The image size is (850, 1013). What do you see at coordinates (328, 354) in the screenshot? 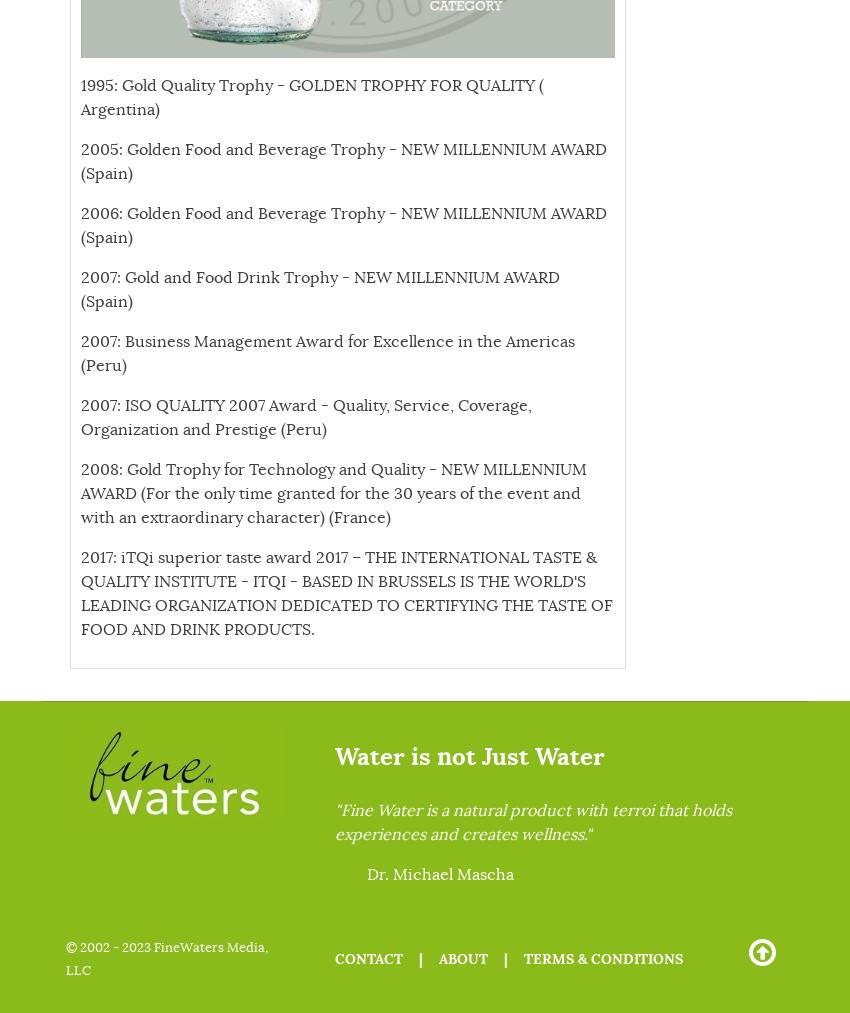
I see `'2007: Business Management Award for Excellence in the Americas (Peru)'` at bounding box center [328, 354].